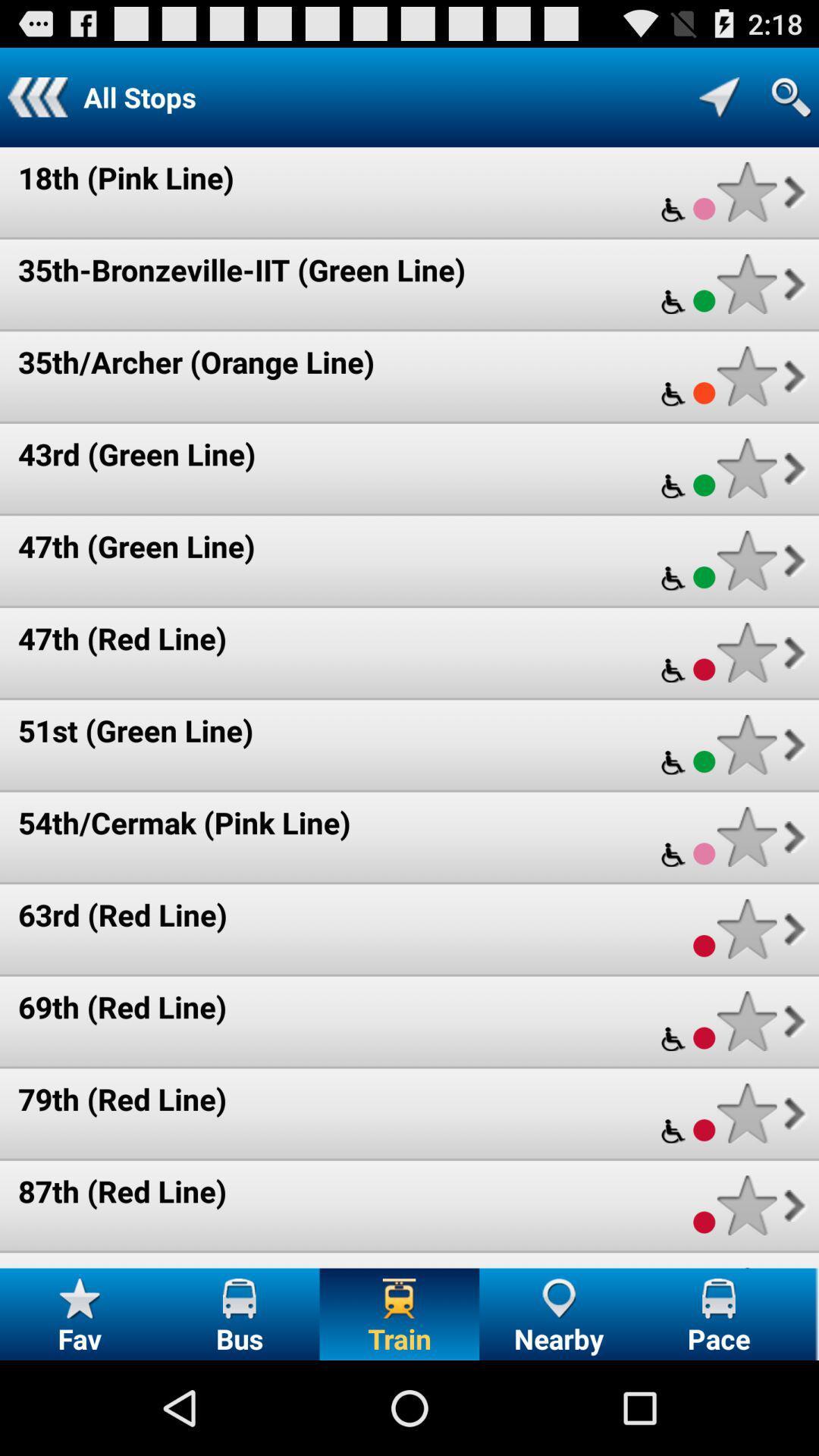 This screenshot has height=1456, width=819. I want to click on the search icon, so click(790, 103).